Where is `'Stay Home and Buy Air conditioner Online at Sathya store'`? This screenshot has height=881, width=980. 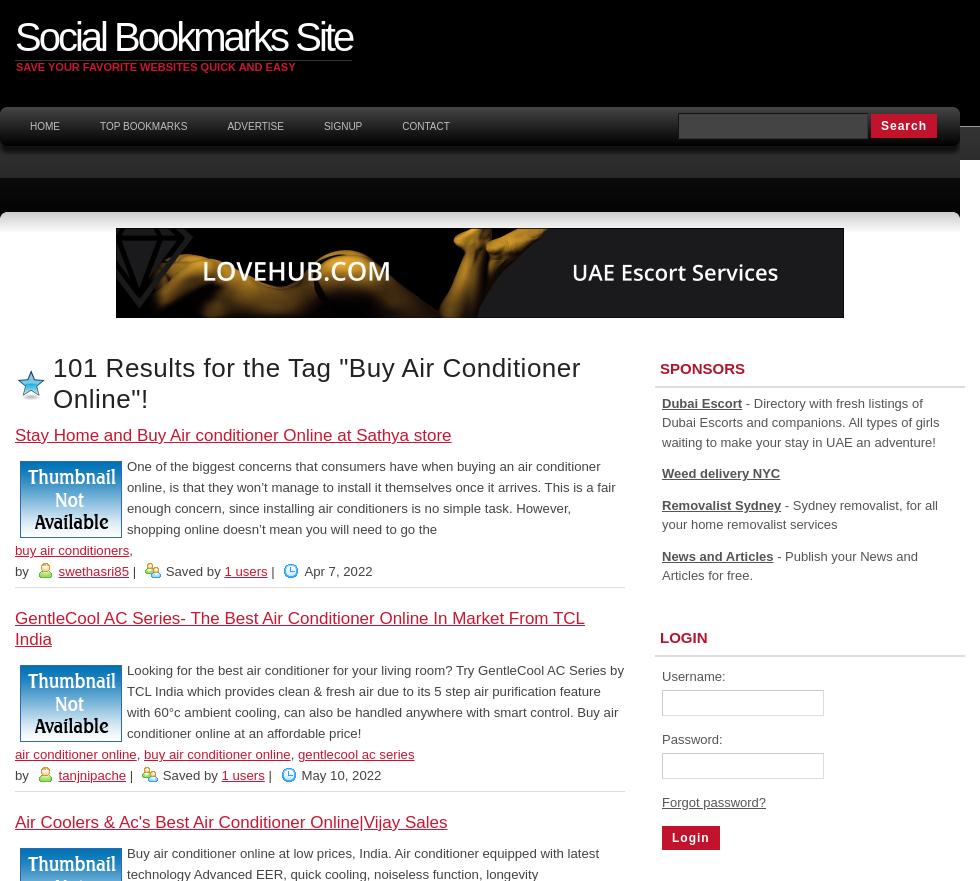
'Stay Home and Buy Air conditioner Online at Sathya store' is located at coordinates (233, 434).